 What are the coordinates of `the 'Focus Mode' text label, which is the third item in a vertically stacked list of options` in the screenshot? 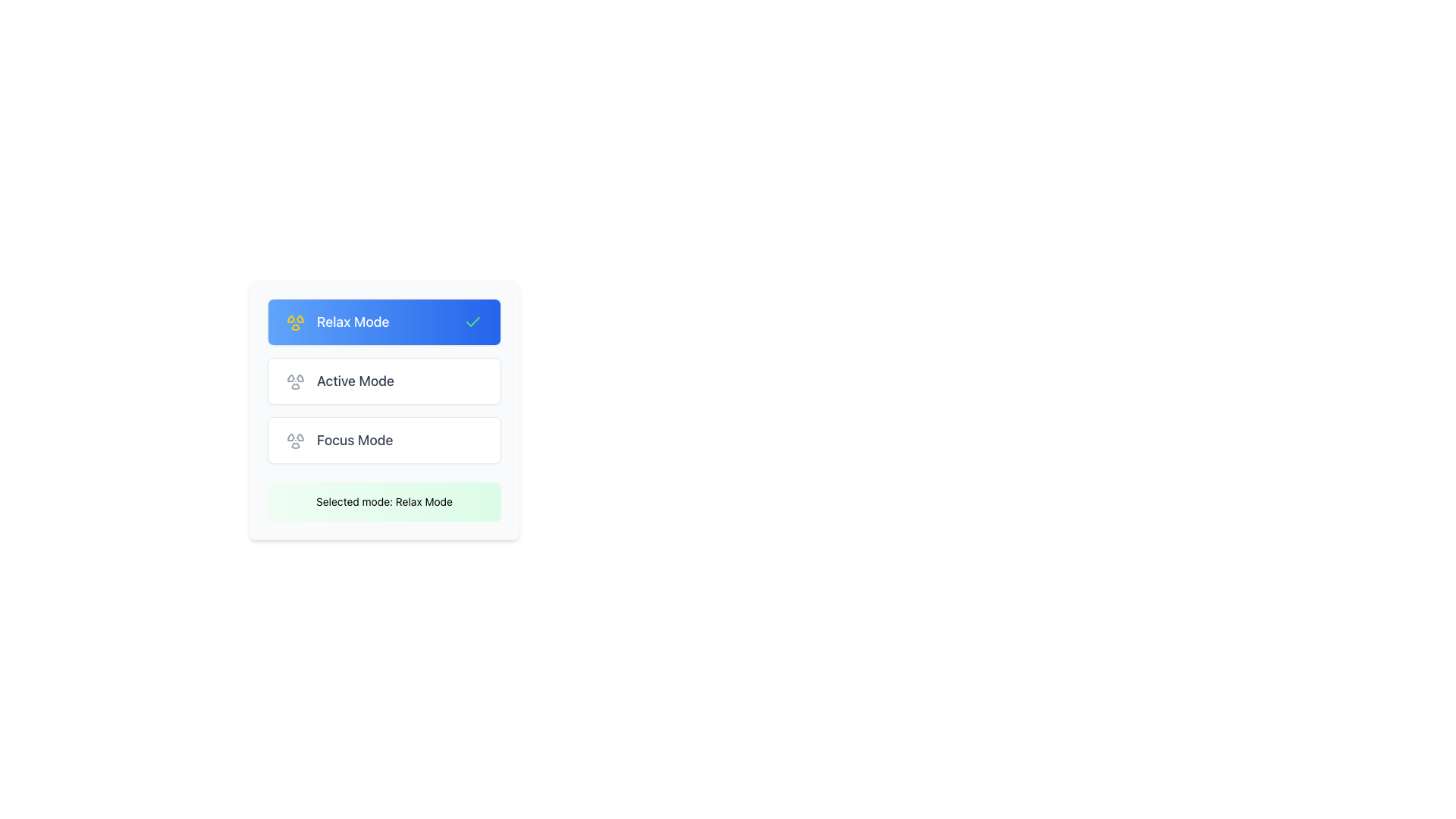 It's located at (354, 441).